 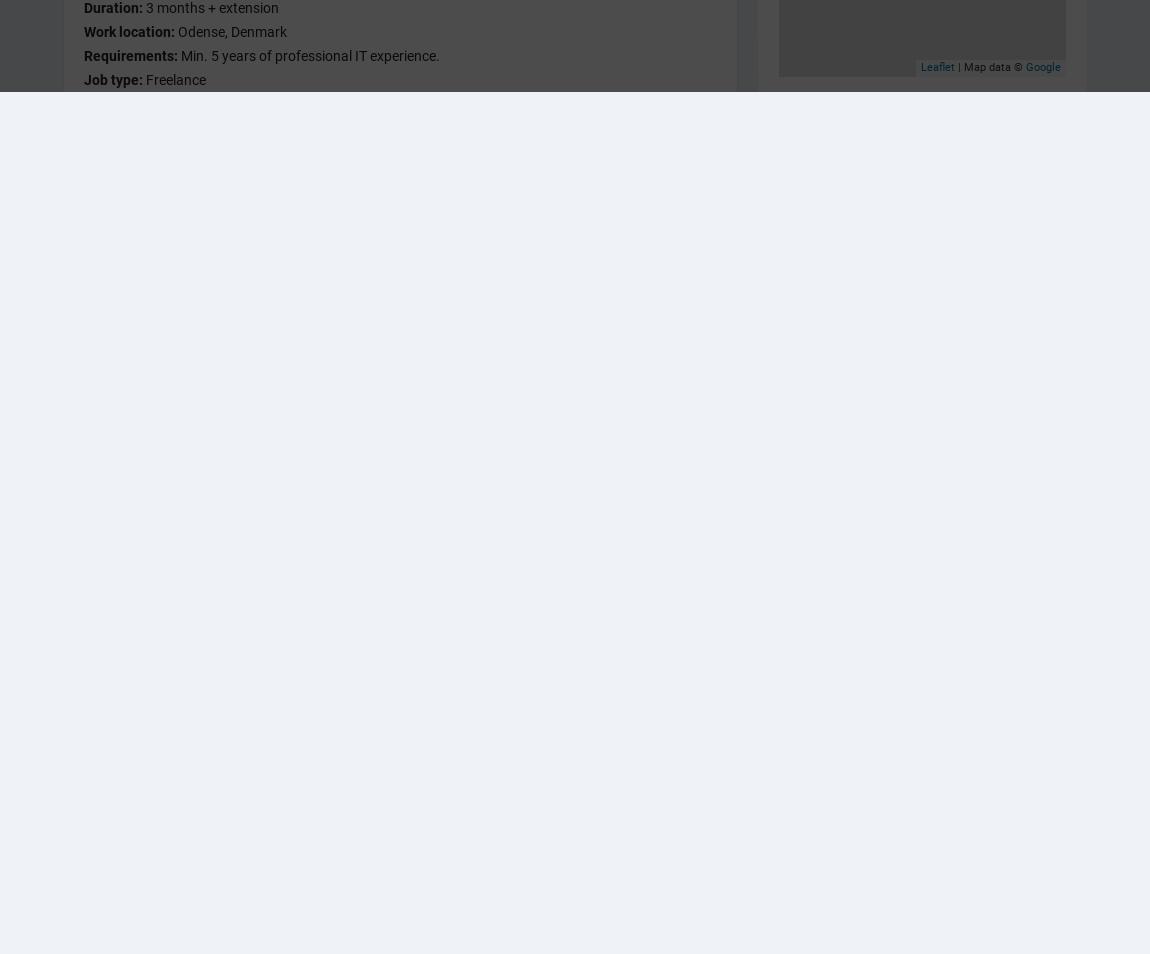 What do you see at coordinates (589, 895) in the screenshot?
I see `'Region Midtjylland'` at bounding box center [589, 895].